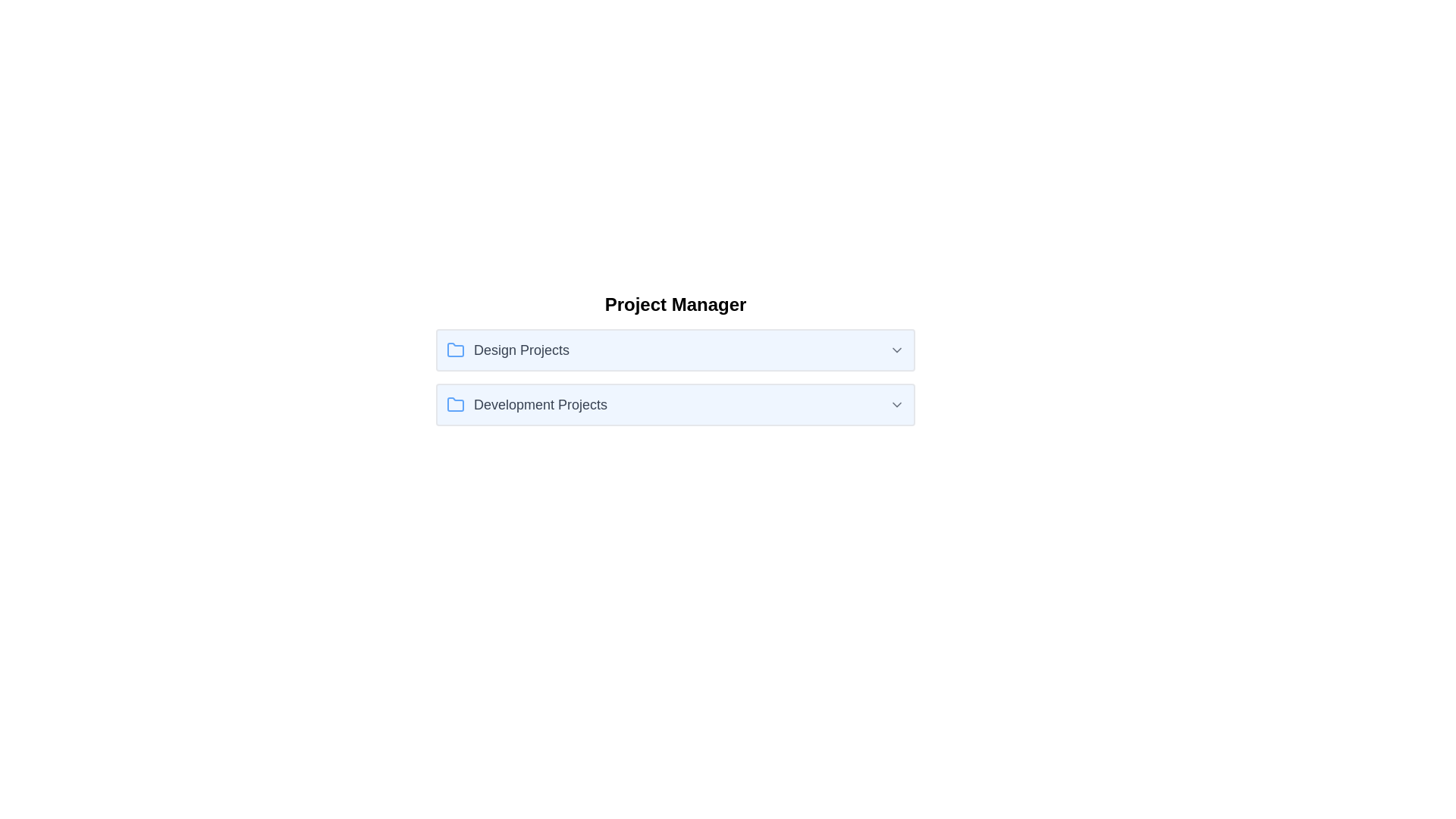  What do you see at coordinates (454, 403) in the screenshot?
I see `the folder icon located to the left of the text 'Development Projects' in the second row of the list` at bounding box center [454, 403].